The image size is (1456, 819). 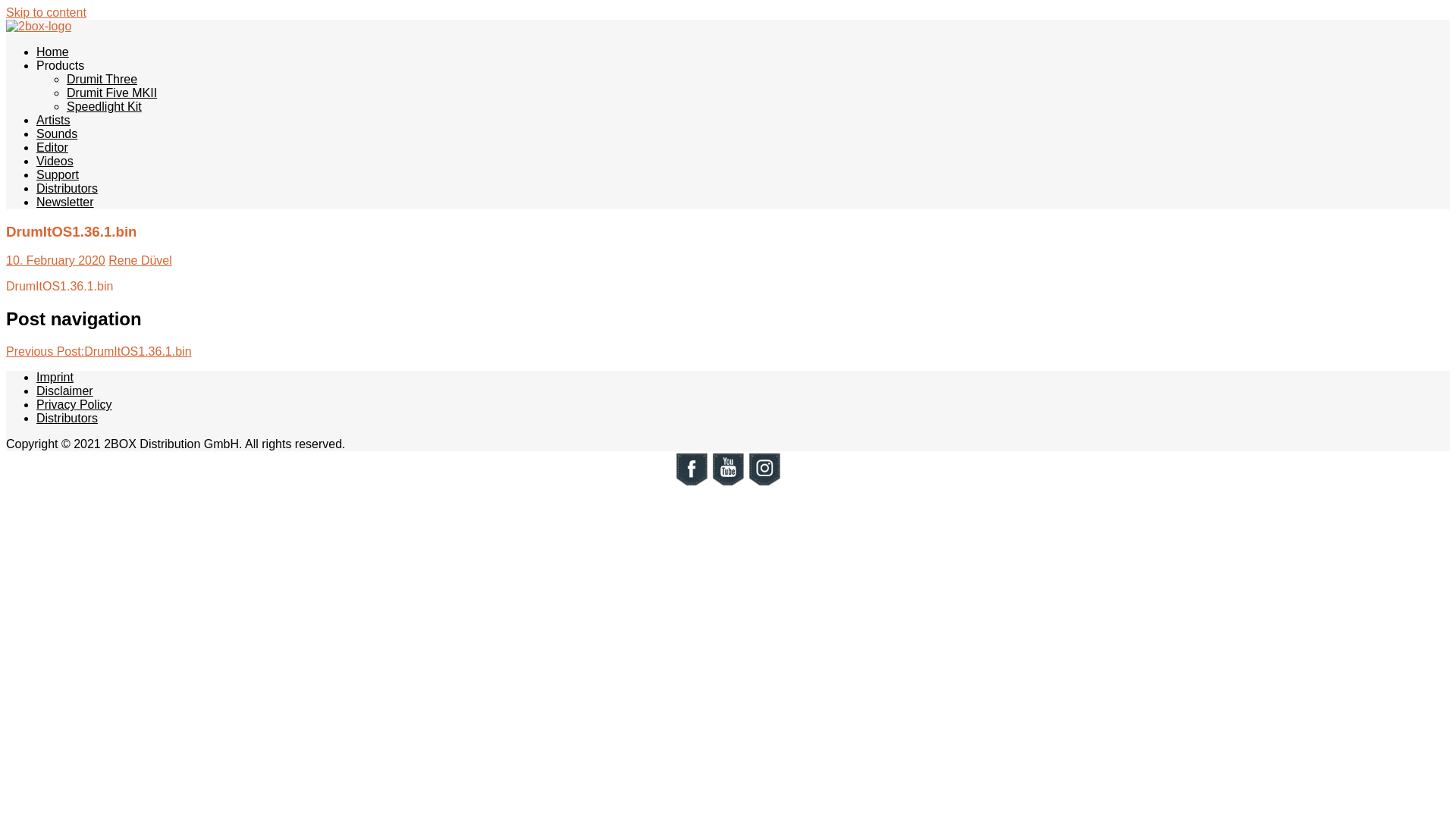 I want to click on 'Drumit Five MKII', so click(x=111, y=93).